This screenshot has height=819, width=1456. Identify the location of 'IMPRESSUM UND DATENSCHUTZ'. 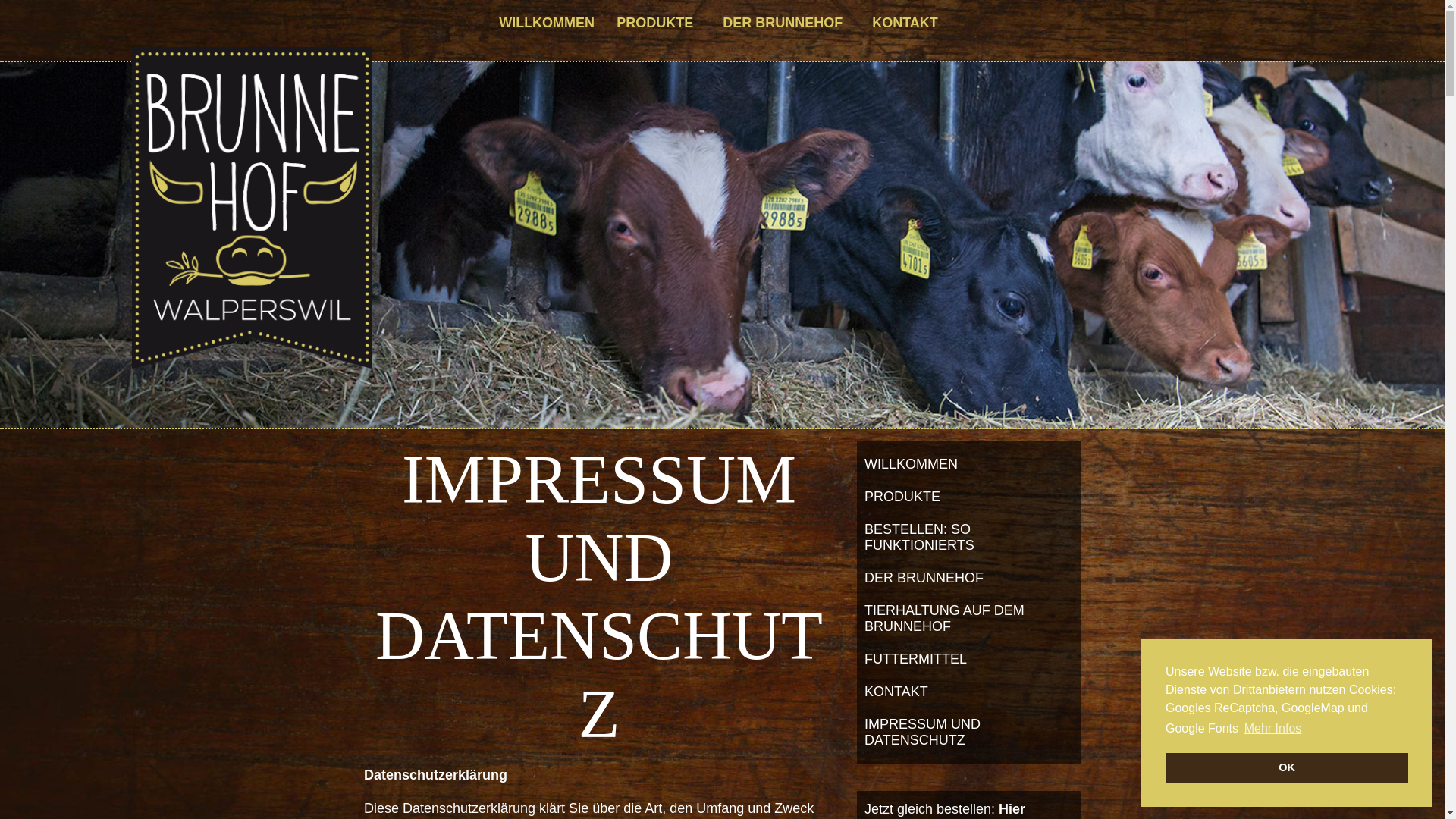
(968, 731).